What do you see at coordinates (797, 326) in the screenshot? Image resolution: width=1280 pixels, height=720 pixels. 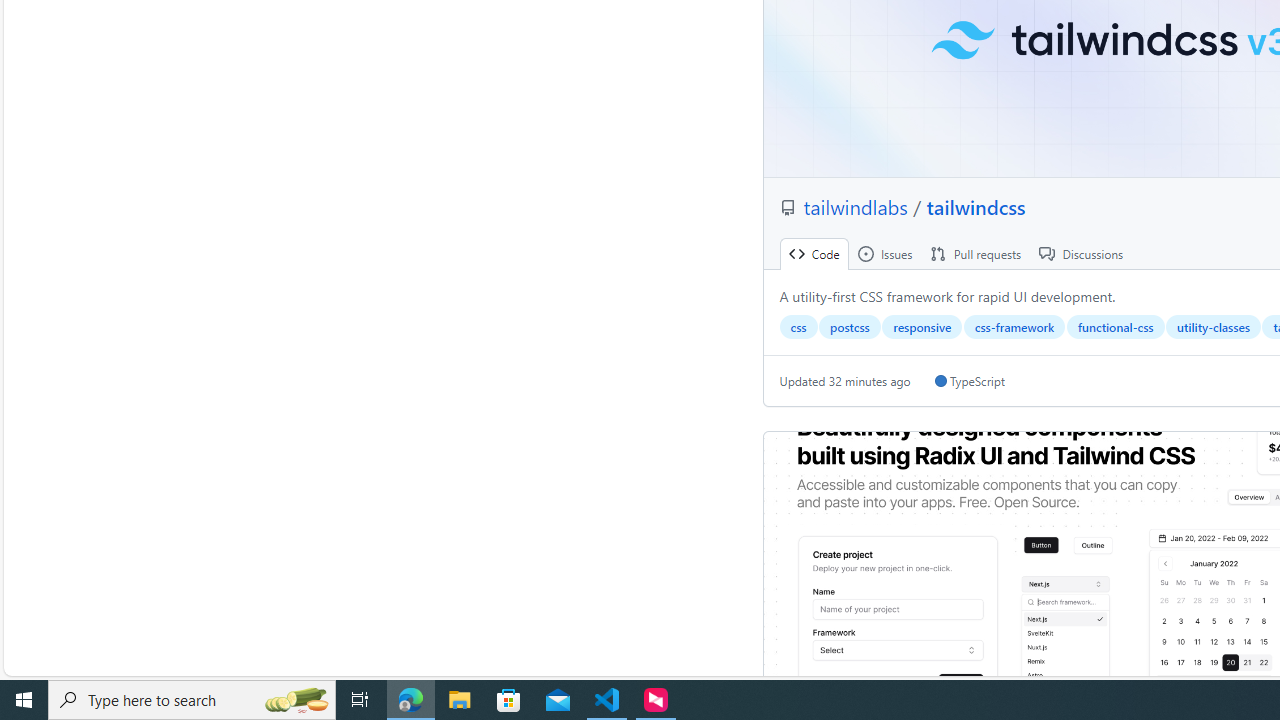 I see `'css'` at bounding box center [797, 326].